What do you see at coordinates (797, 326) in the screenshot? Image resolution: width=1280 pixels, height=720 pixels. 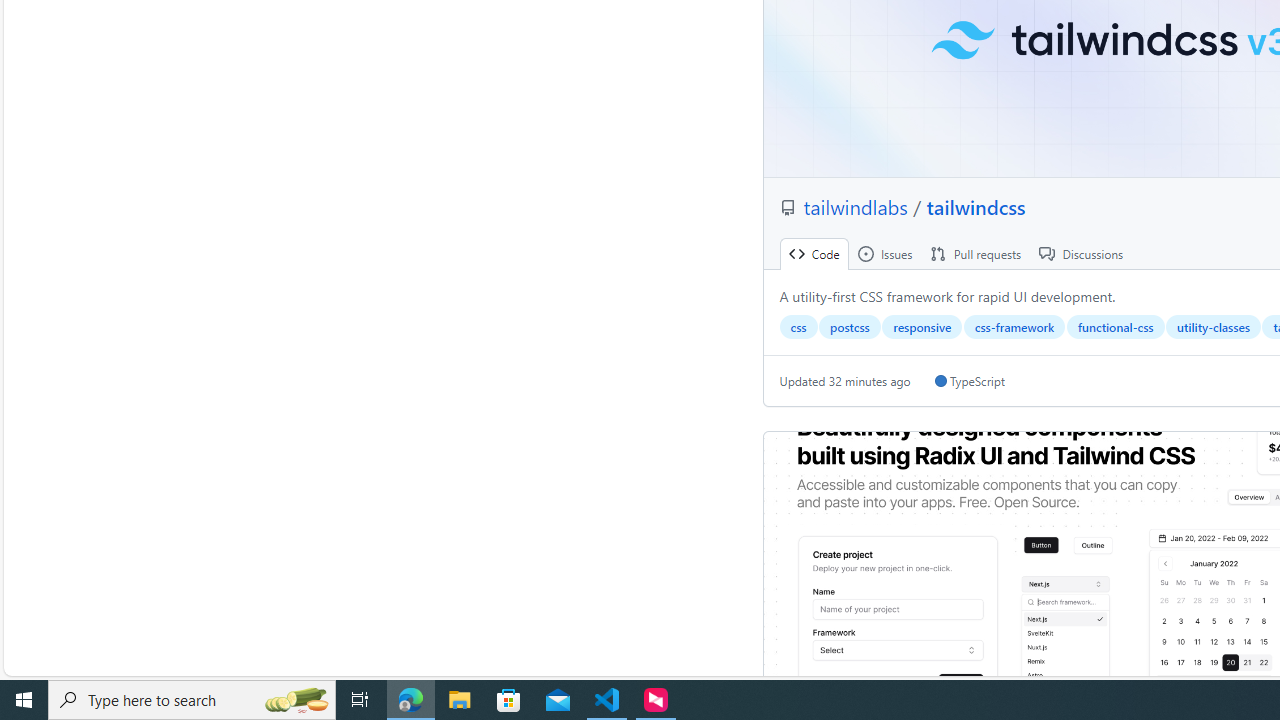 I see `'css'` at bounding box center [797, 326].